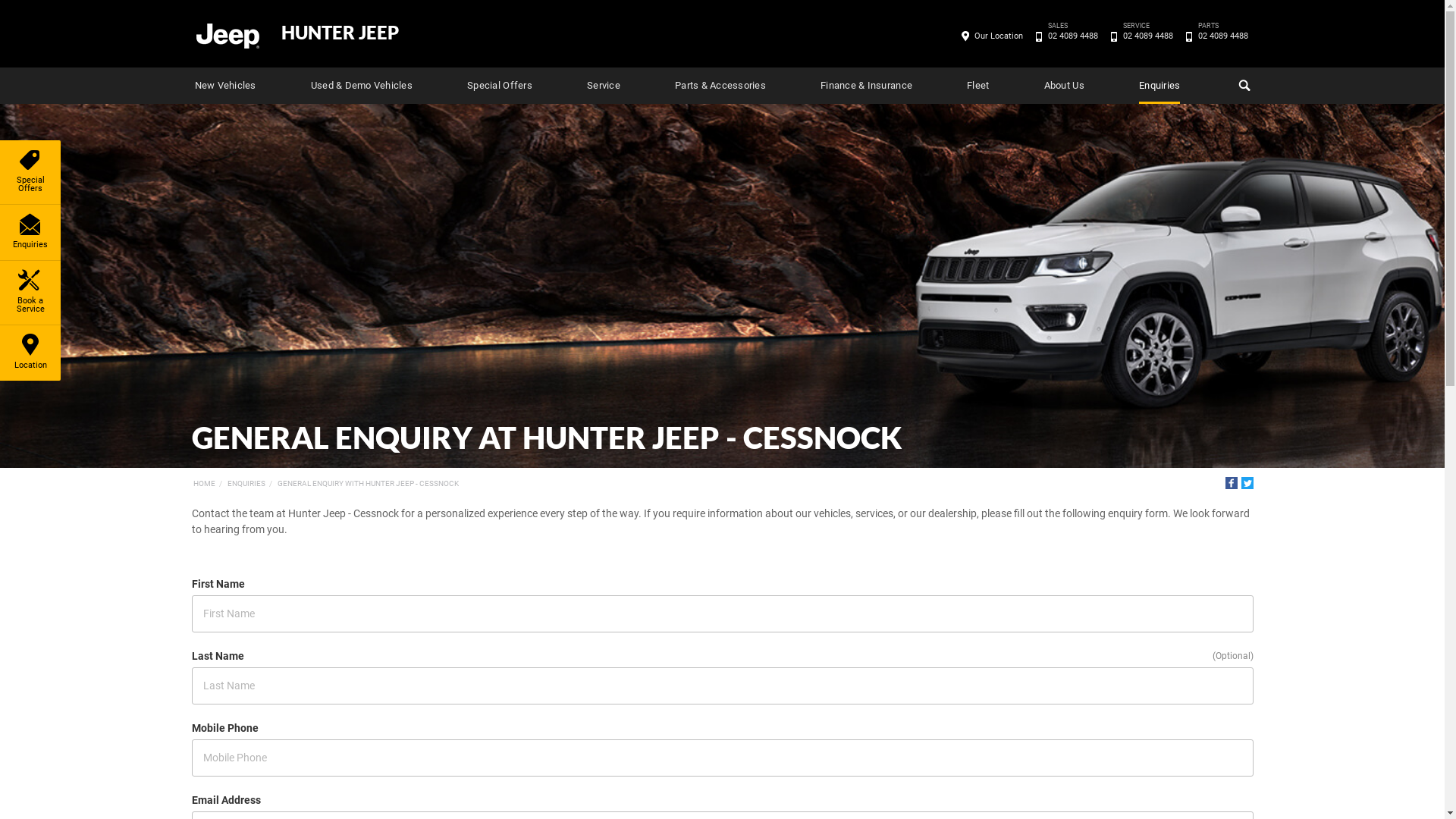  I want to click on 'Twitter', so click(1246, 482).